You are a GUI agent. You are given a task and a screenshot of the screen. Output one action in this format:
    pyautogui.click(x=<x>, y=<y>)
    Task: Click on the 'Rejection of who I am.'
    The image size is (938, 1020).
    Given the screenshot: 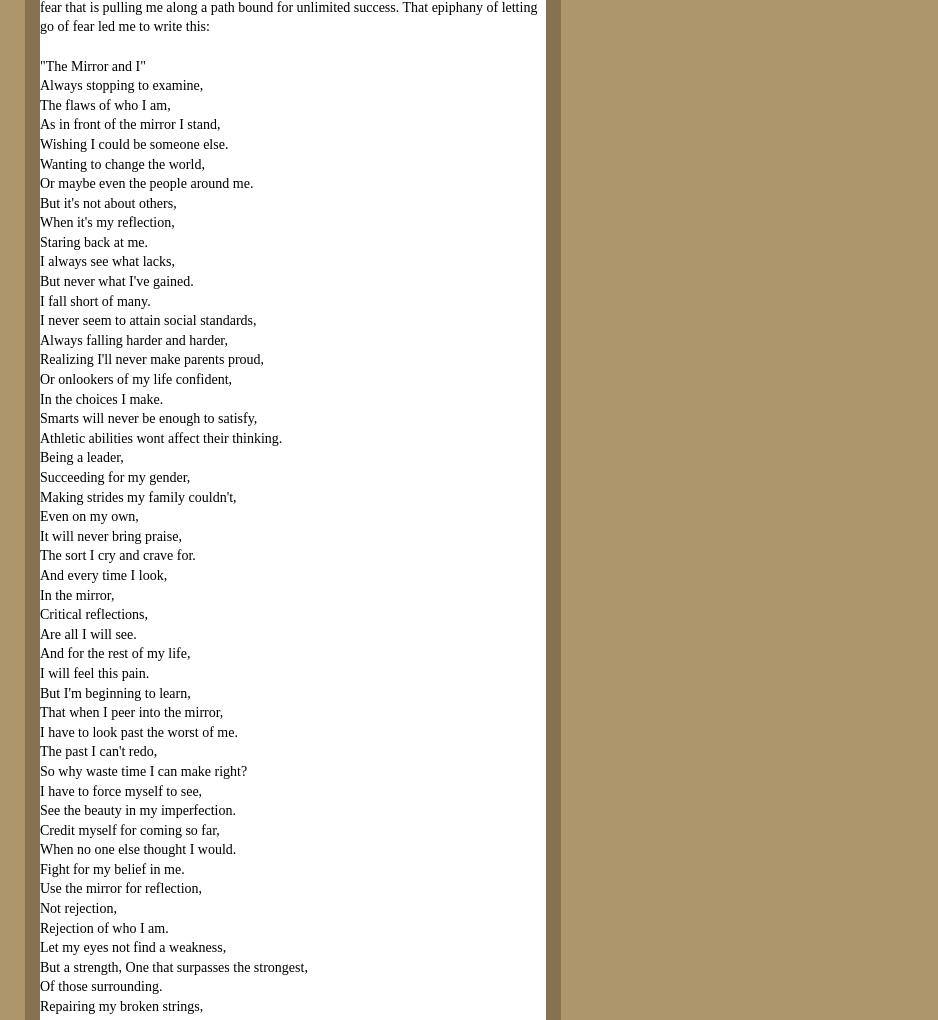 What is the action you would take?
    pyautogui.click(x=103, y=927)
    